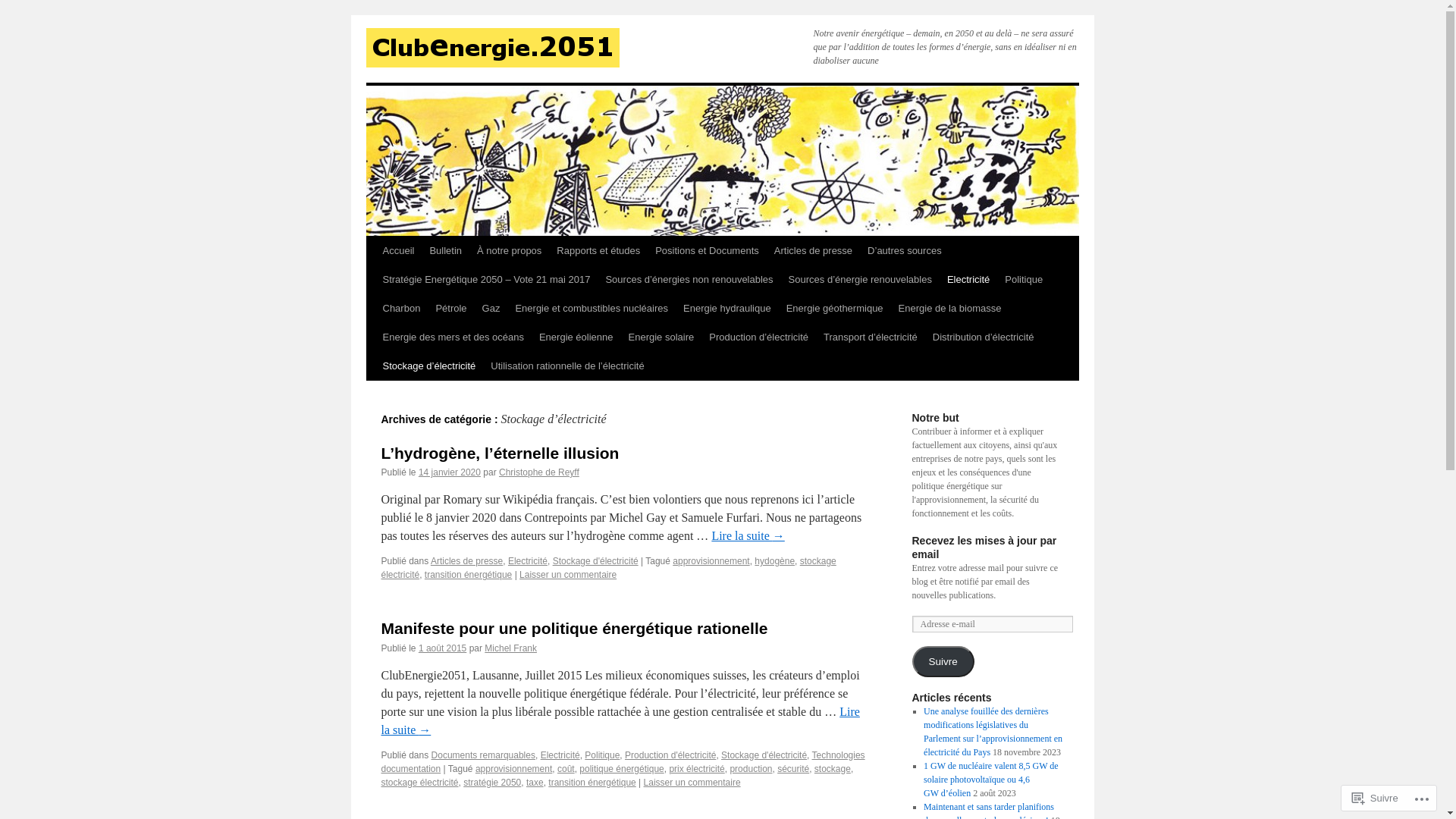  What do you see at coordinates (513, 769) in the screenshot?
I see `'approvisionnement'` at bounding box center [513, 769].